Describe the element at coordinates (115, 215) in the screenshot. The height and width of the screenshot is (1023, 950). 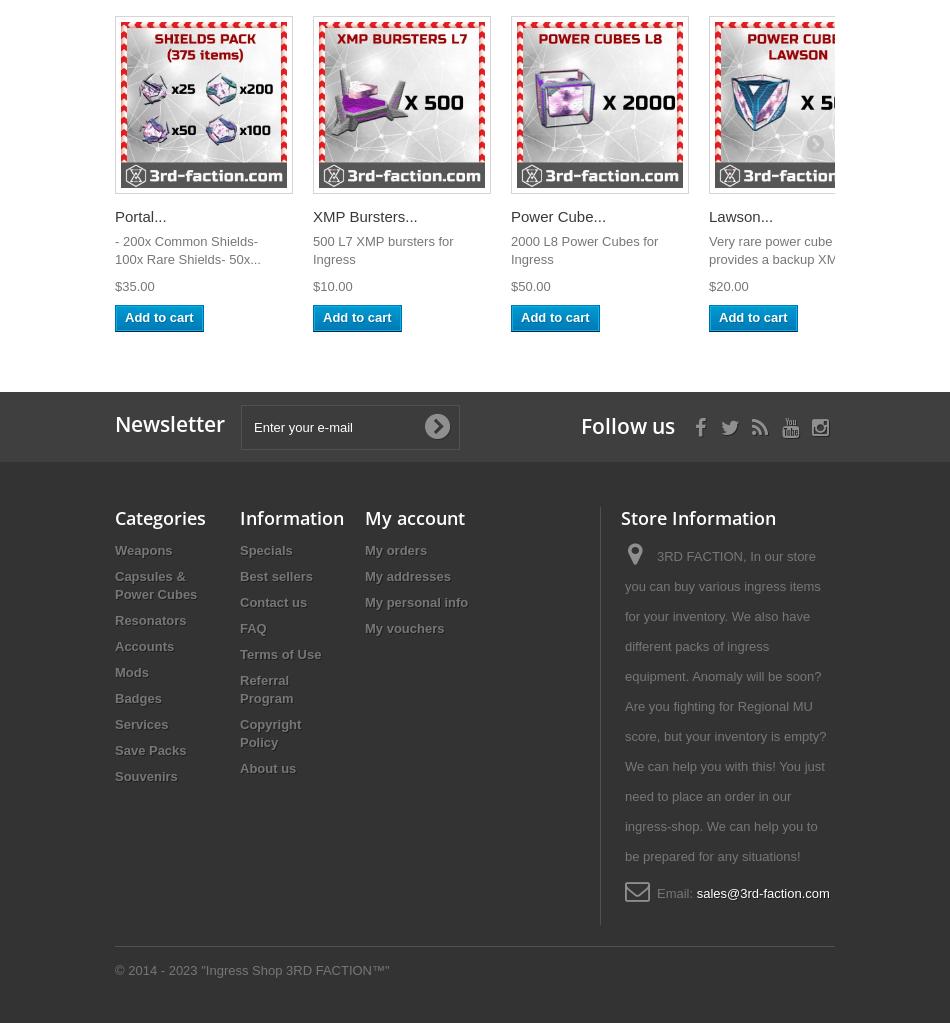
I see `'Portal...'` at that location.